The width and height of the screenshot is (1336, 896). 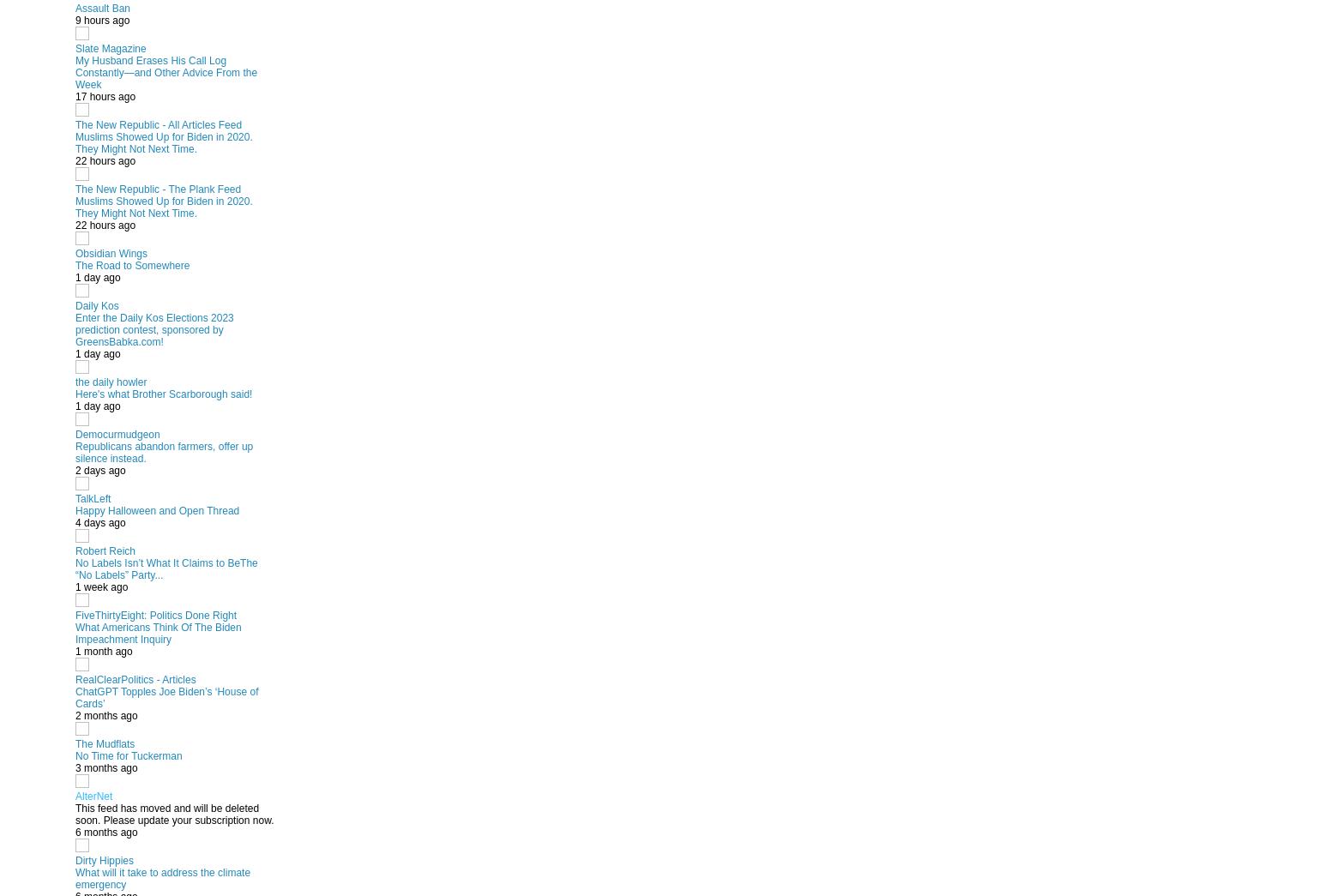 What do you see at coordinates (104, 550) in the screenshot?
I see `'Robert Reich'` at bounding box center [104, 550].